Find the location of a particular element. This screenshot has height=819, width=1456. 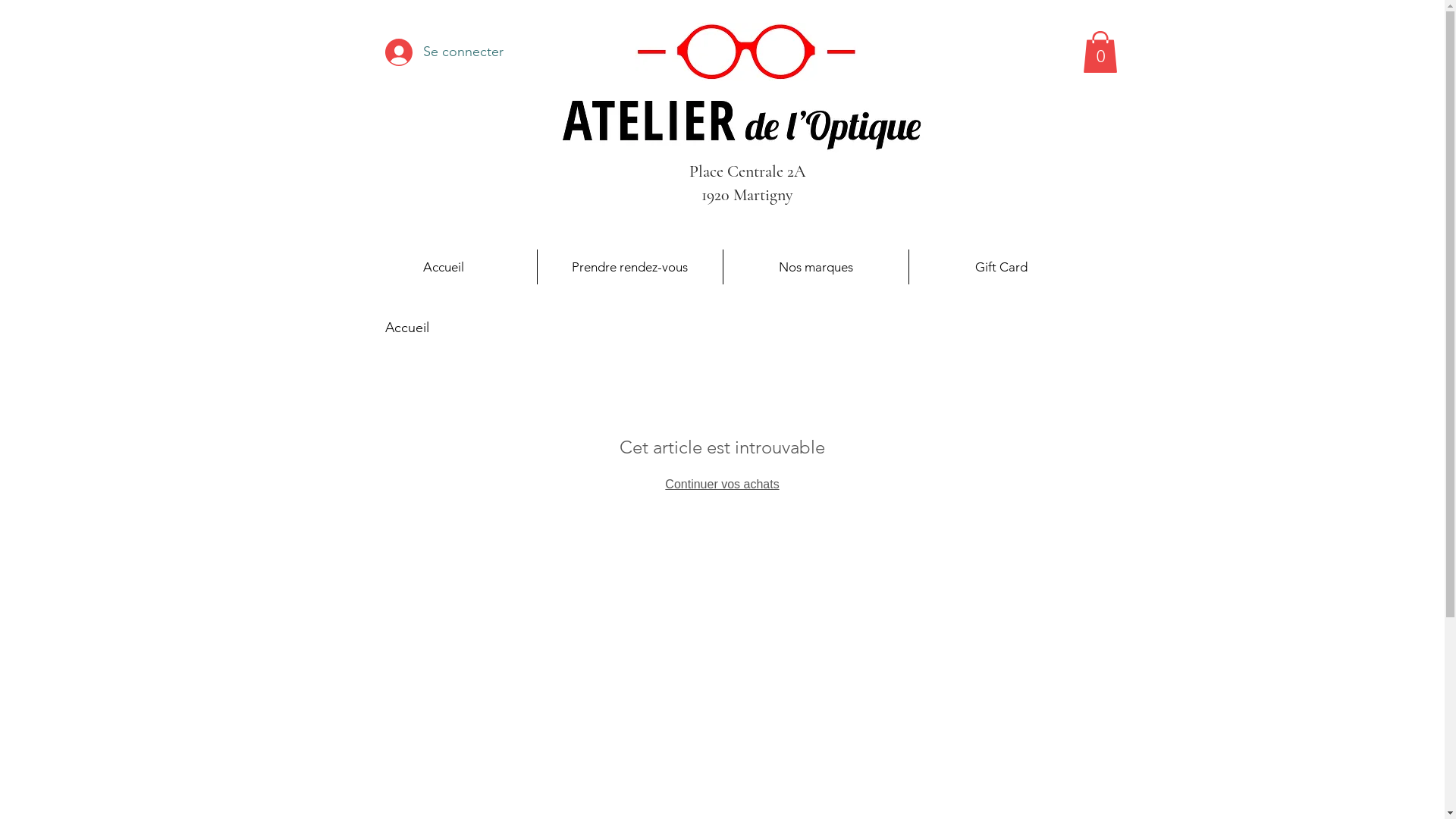

'0' is located at coordinates (1100, 51).